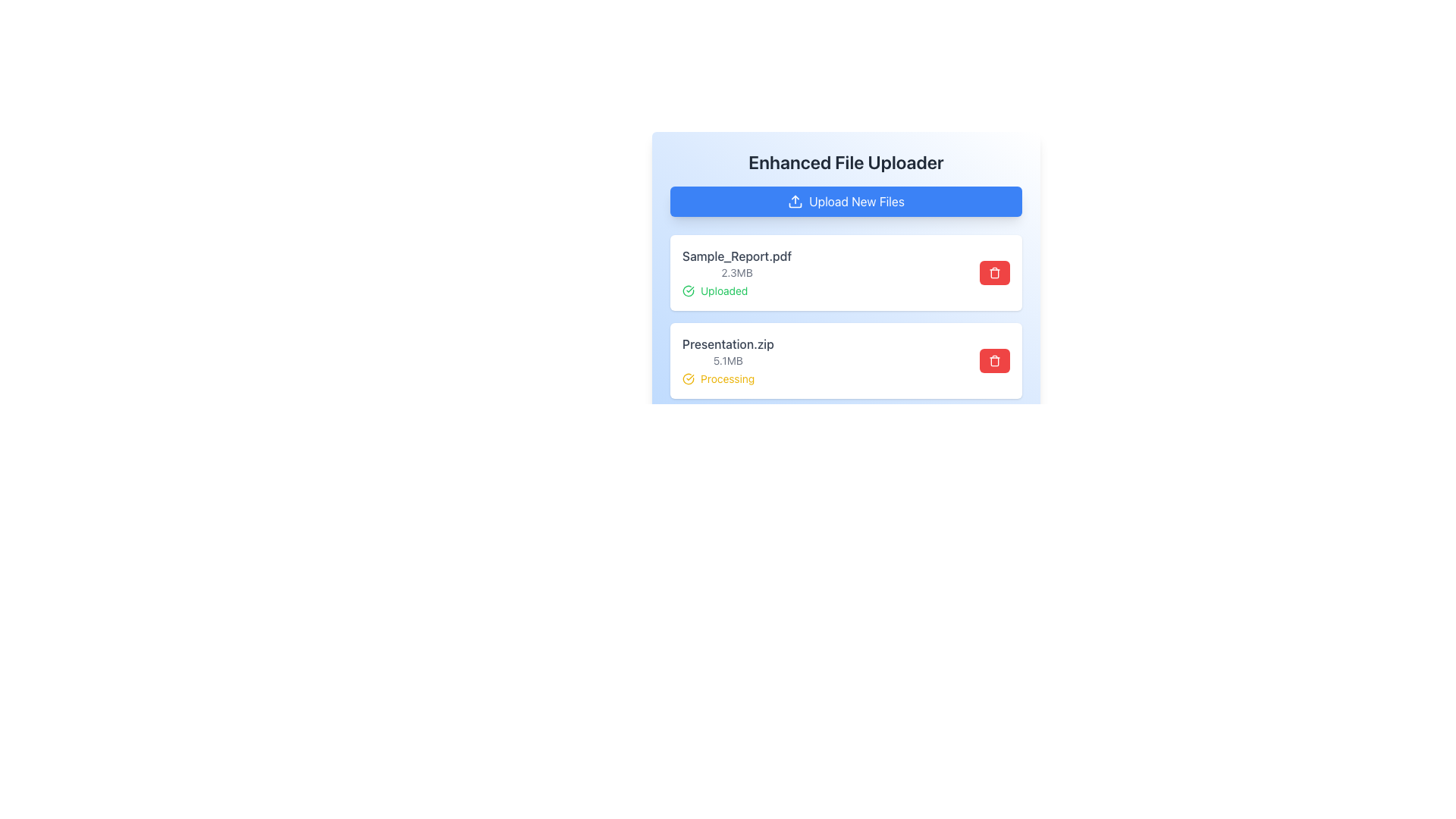  Describe the element at coordinates (994, 360) in the screenshot. I see `the trash bin icon button located at the far right end of the second file entry in the file uploader interface` at that location.